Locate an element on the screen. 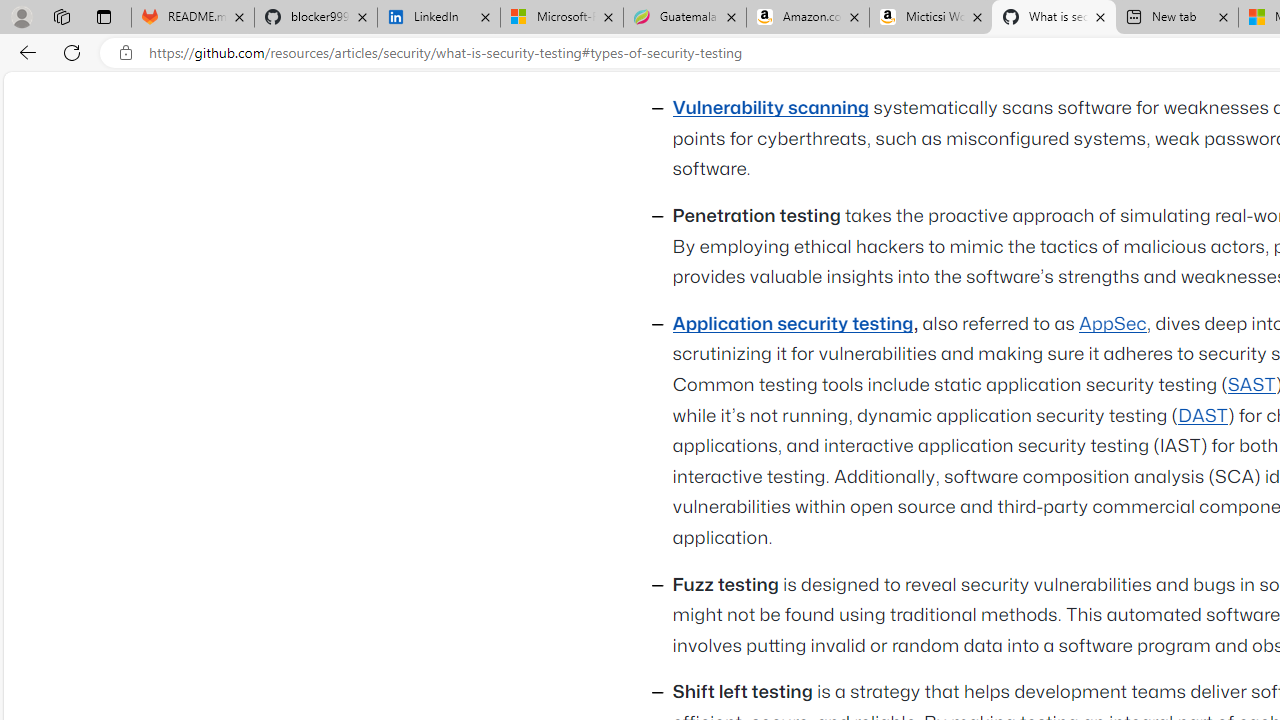 The image size is (1280, 720). 'SAST' is located at coordinates (1250, 384).